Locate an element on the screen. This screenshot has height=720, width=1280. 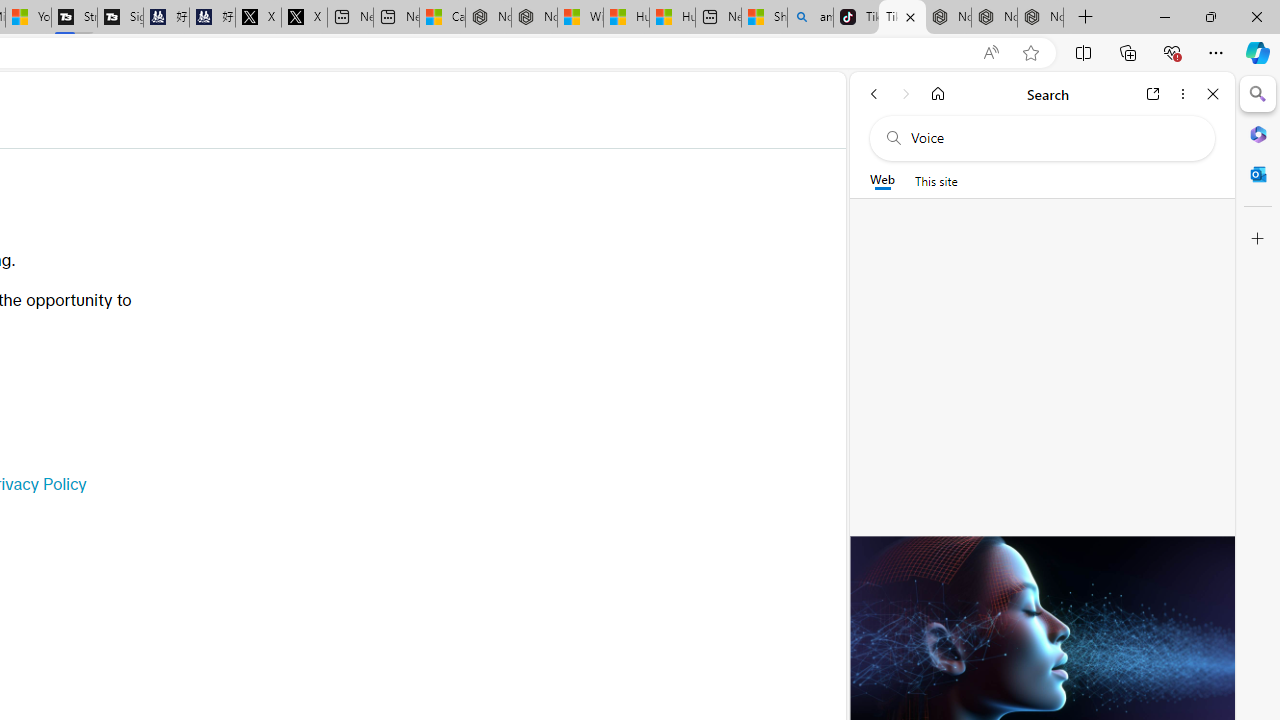
'Search the web' is located at coordinates (1051, 137).